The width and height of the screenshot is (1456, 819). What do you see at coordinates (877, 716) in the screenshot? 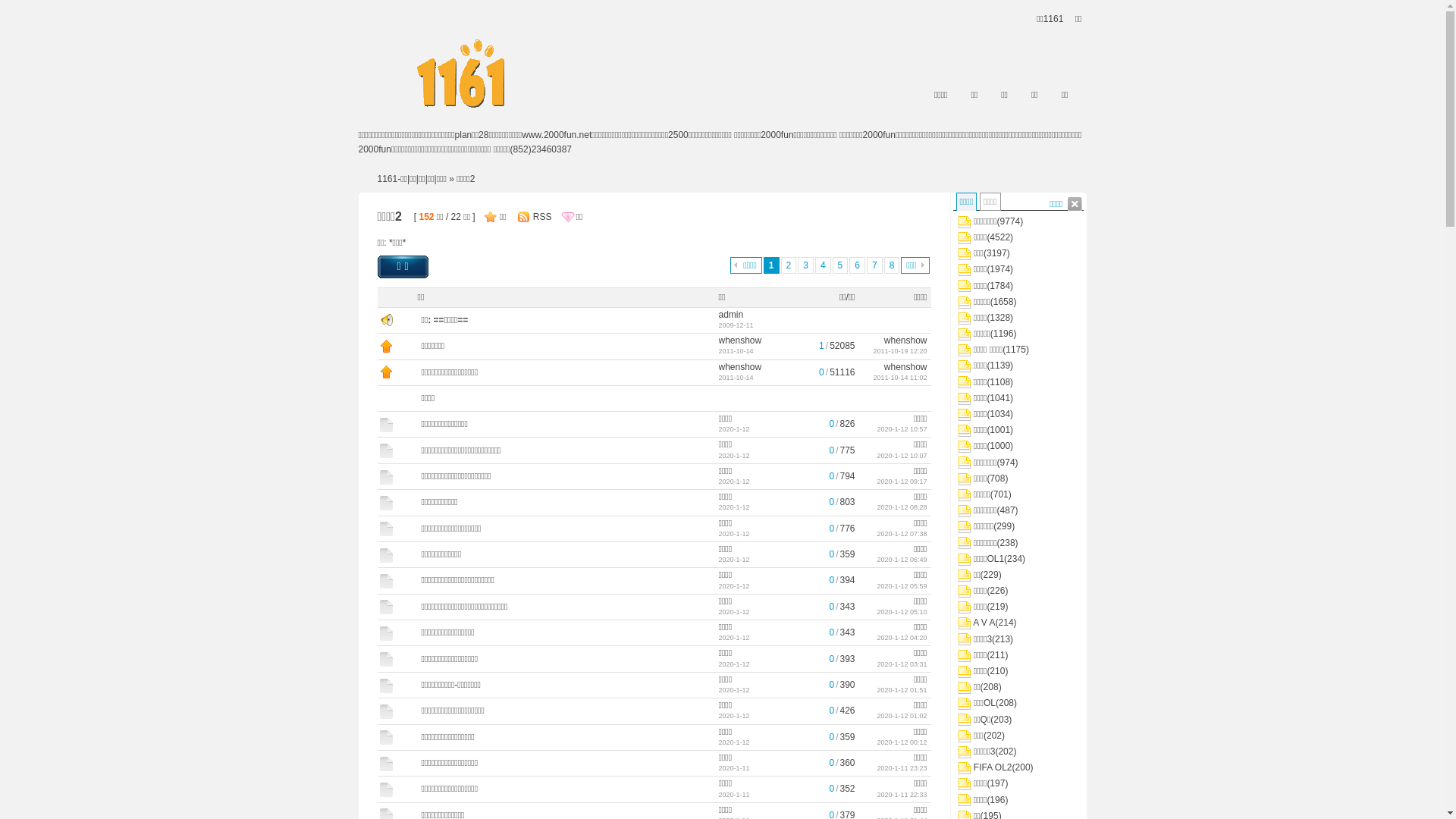
I see `'2020-1-12 01:02'` at bounding box center [877, 716].